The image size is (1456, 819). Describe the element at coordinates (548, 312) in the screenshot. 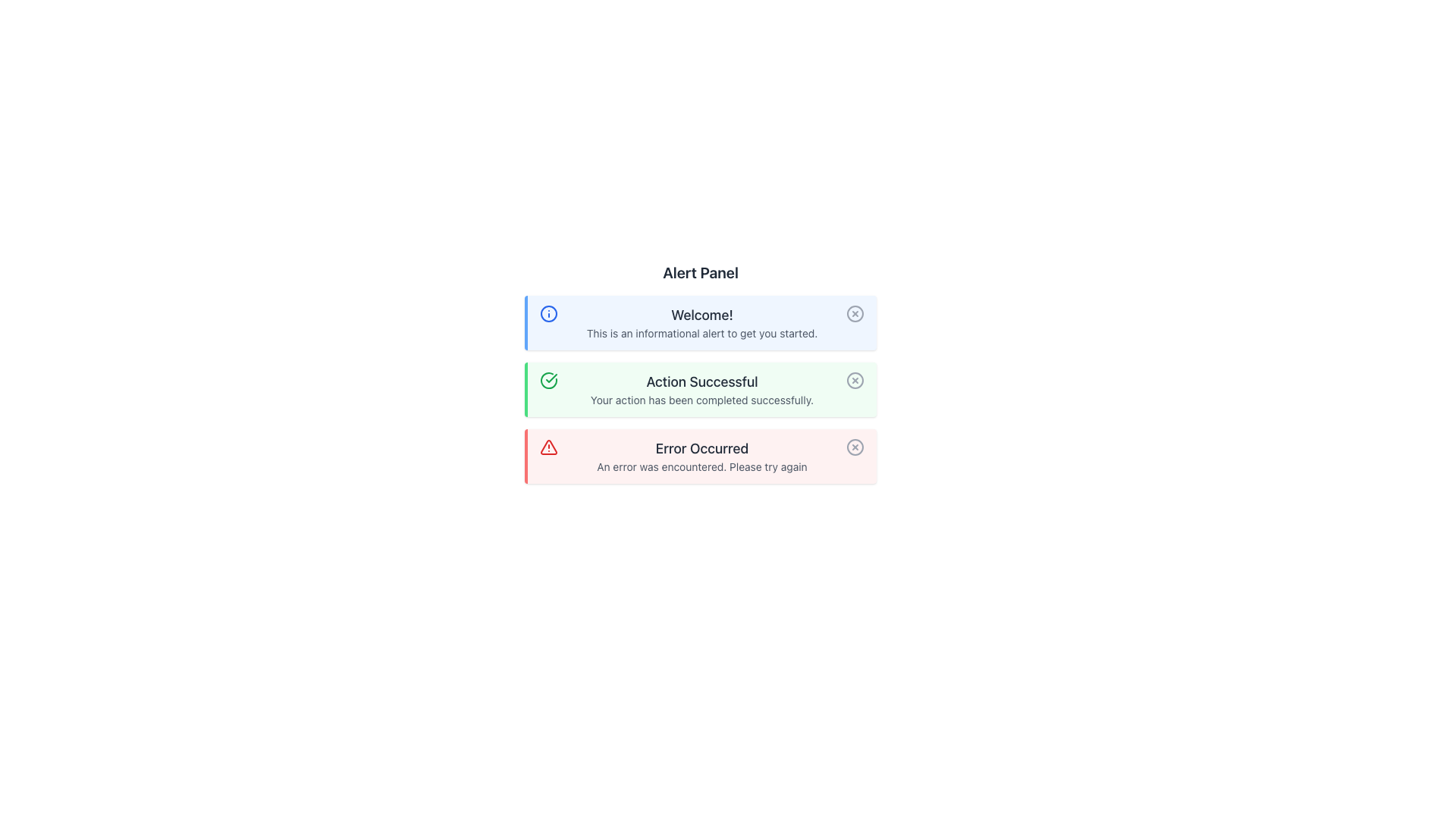

I see `the informational icon represented by a circular icon with a blue outline and an 'i' symbol, located before the text 'Welcome!' in the alert box` at that location.